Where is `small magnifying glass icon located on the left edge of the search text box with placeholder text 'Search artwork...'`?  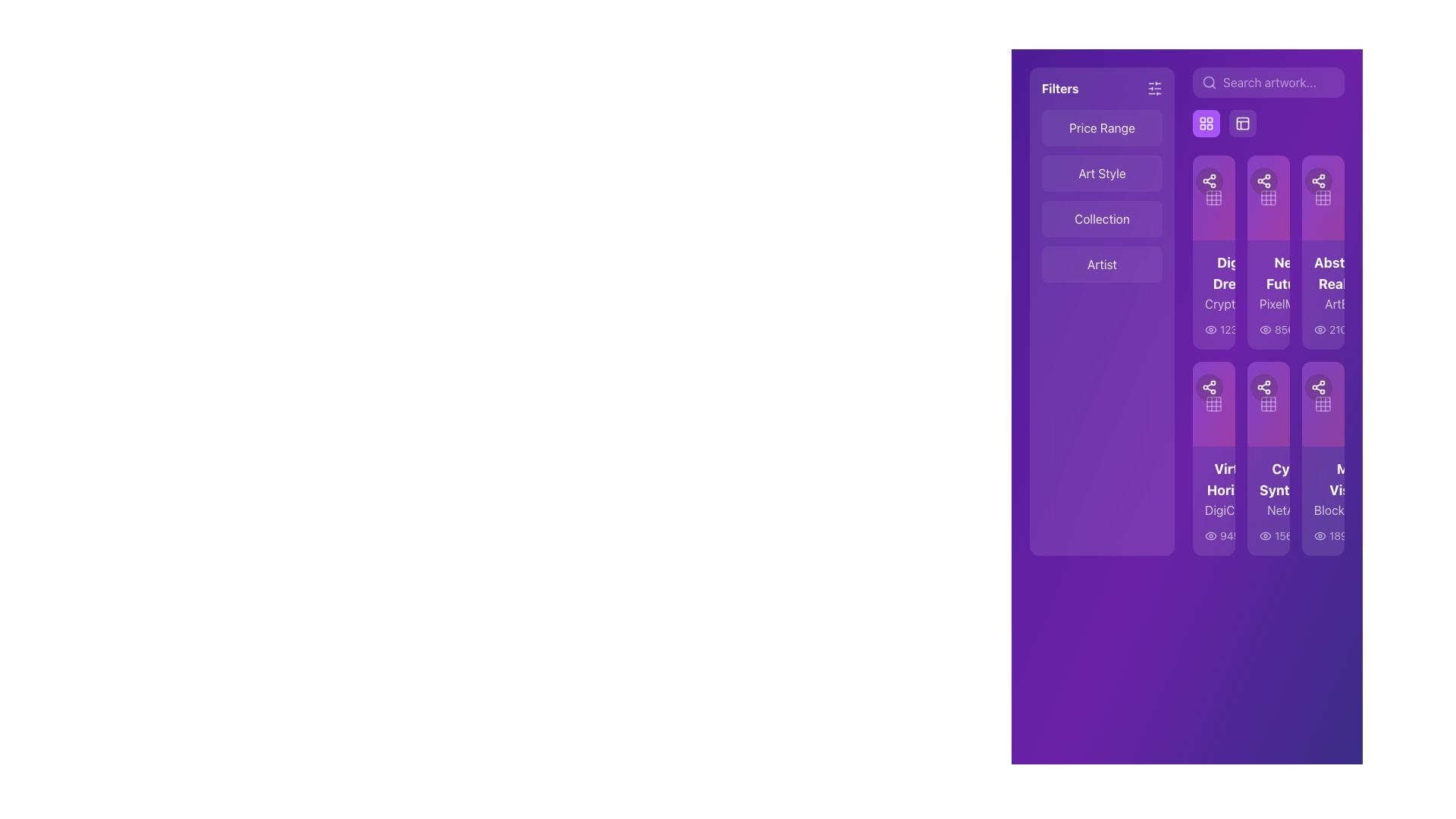
small magnifying glass icon located on the left edge of the search text box with placeholder text 'Search artwork...' is located at coordinates (1208, 82).